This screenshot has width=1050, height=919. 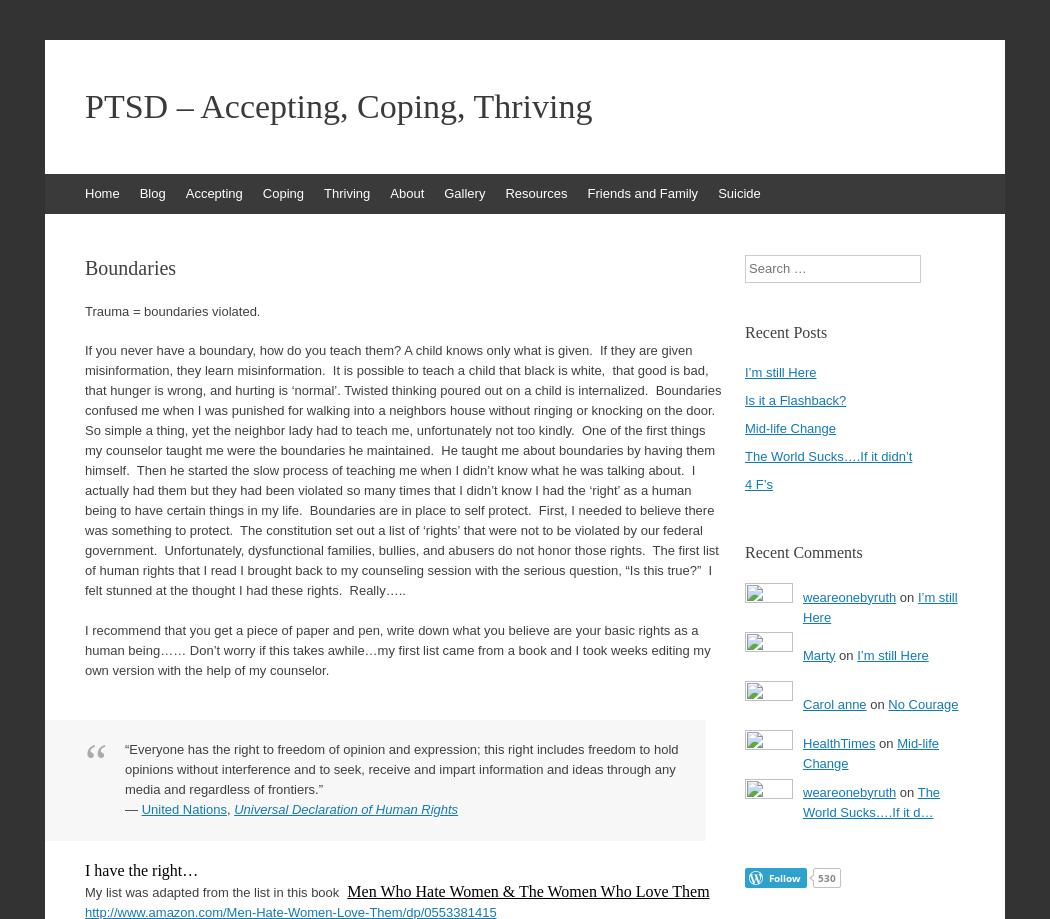 I want to click on 'The World Sucks….If it didn’t', so click(x=828, y=456).